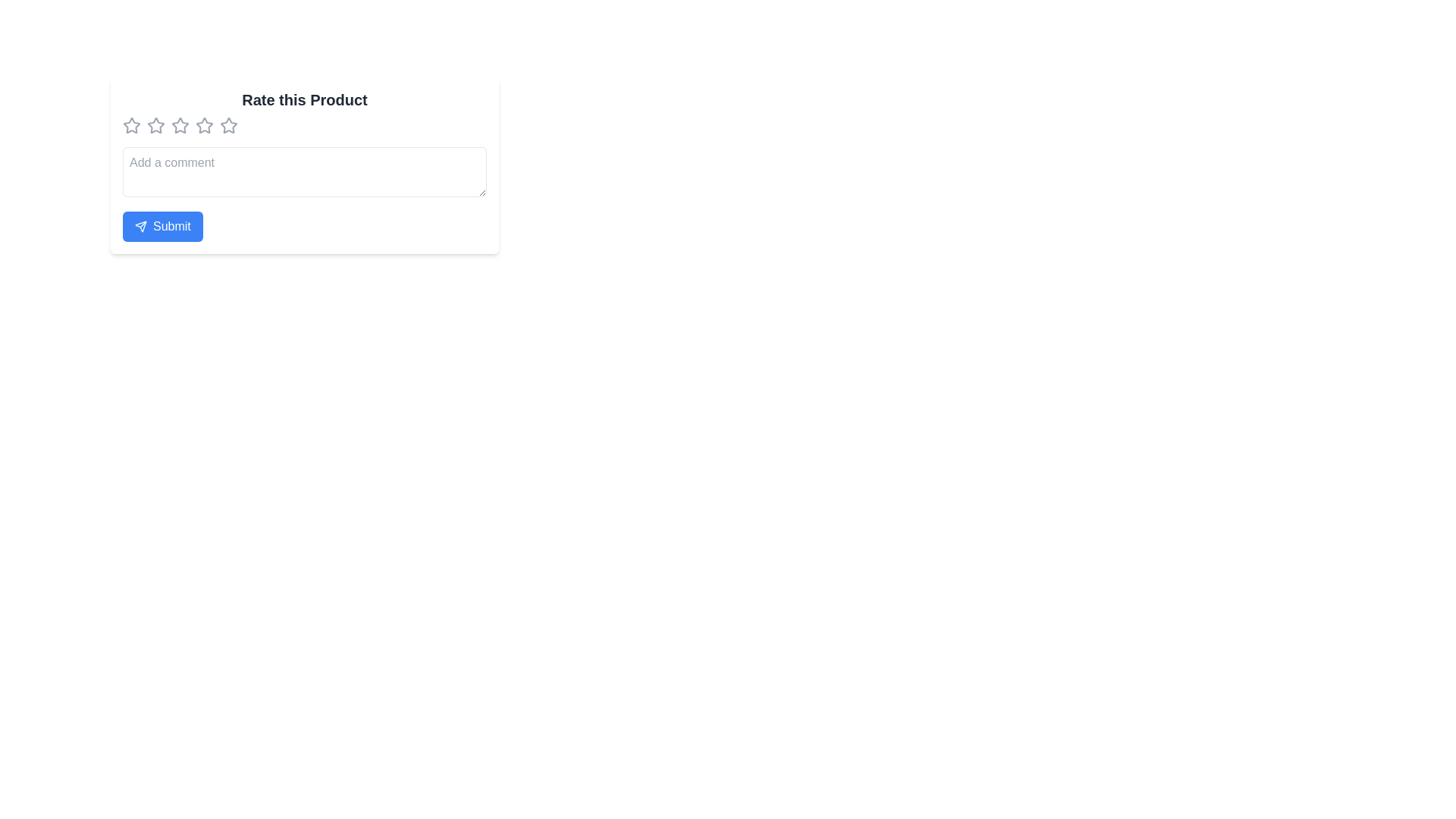  What do you see at coordinates (156, 124) in the screenshot?
I see `the second star icon in the rating system` at bounding box center [156, 124].